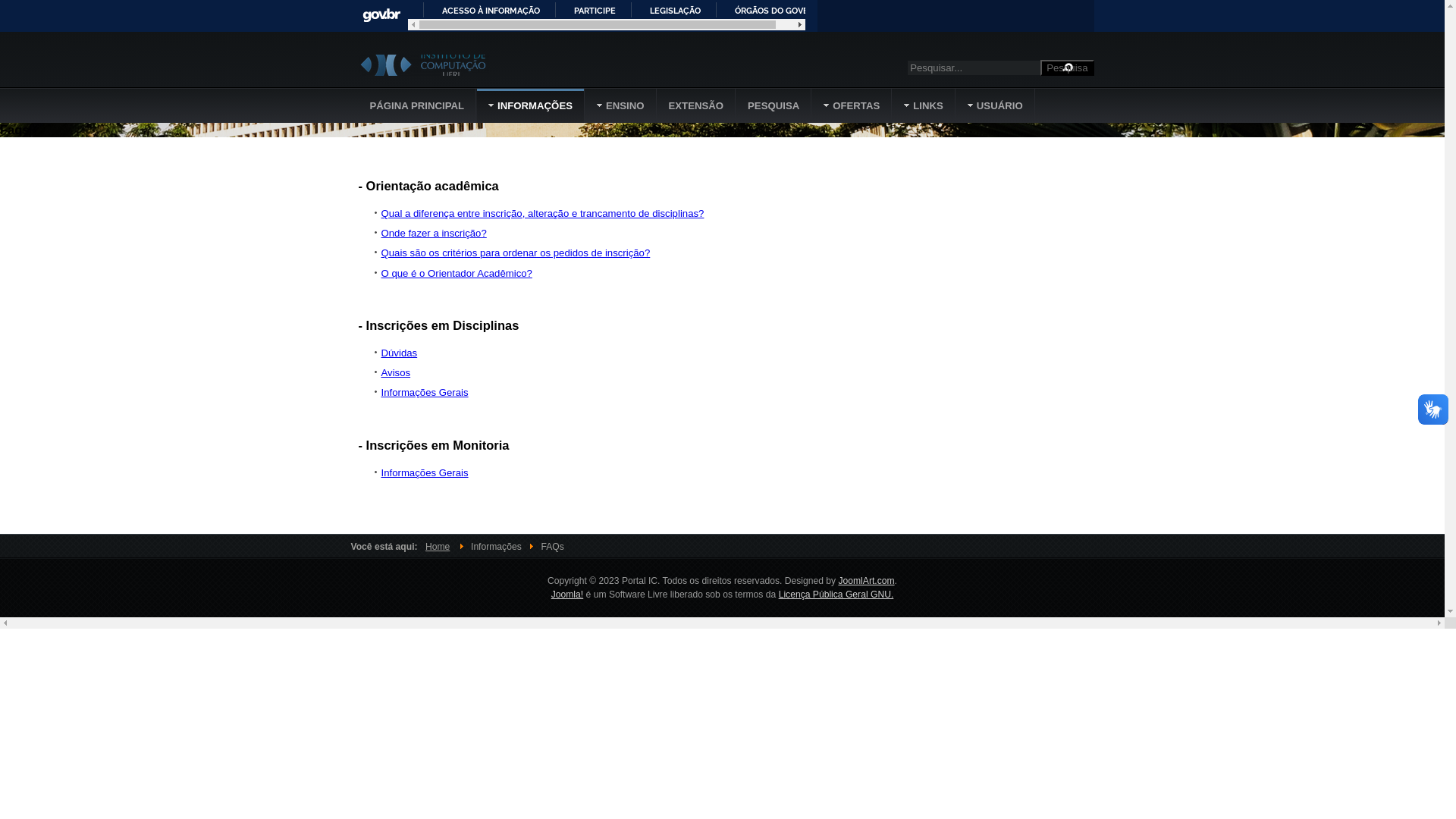 The width and height of the screenshot is (1456, 819). I want to click on 'Pesquisa', so click(1065, 67).